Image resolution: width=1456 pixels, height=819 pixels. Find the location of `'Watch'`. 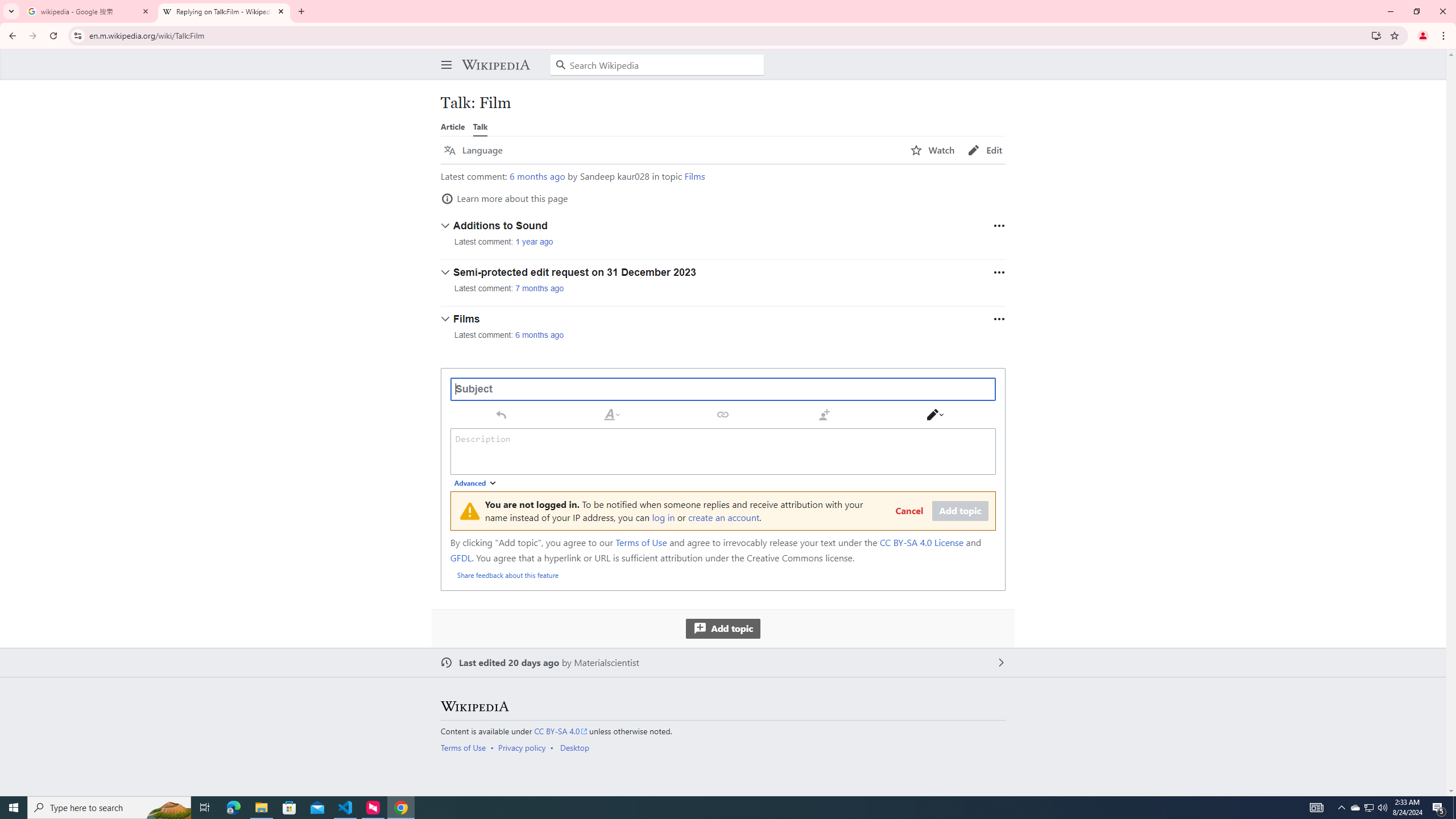

'Watch' is located at coordinates (932, 150).